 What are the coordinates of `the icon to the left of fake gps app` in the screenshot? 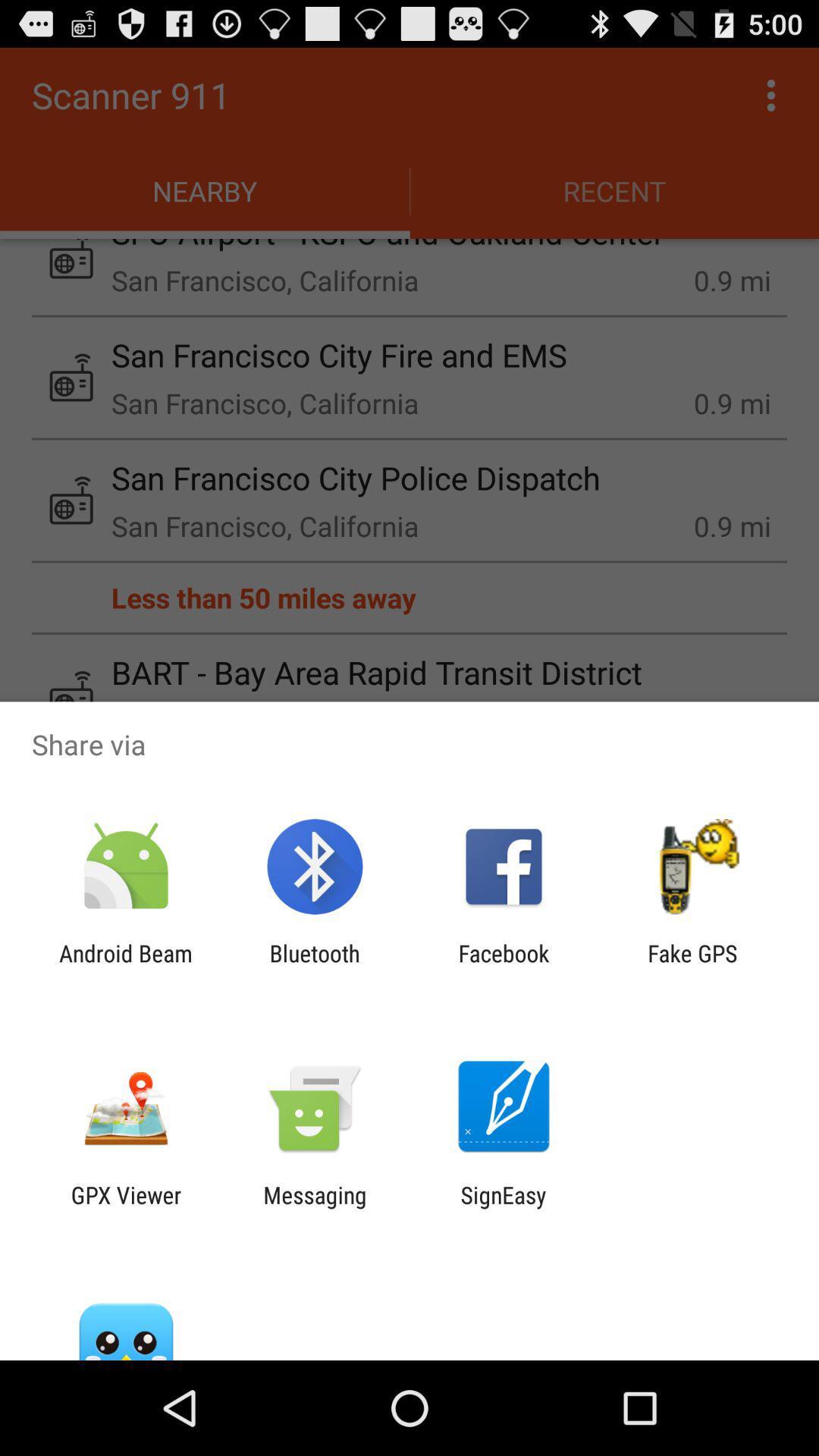 It's located at (504, 966).